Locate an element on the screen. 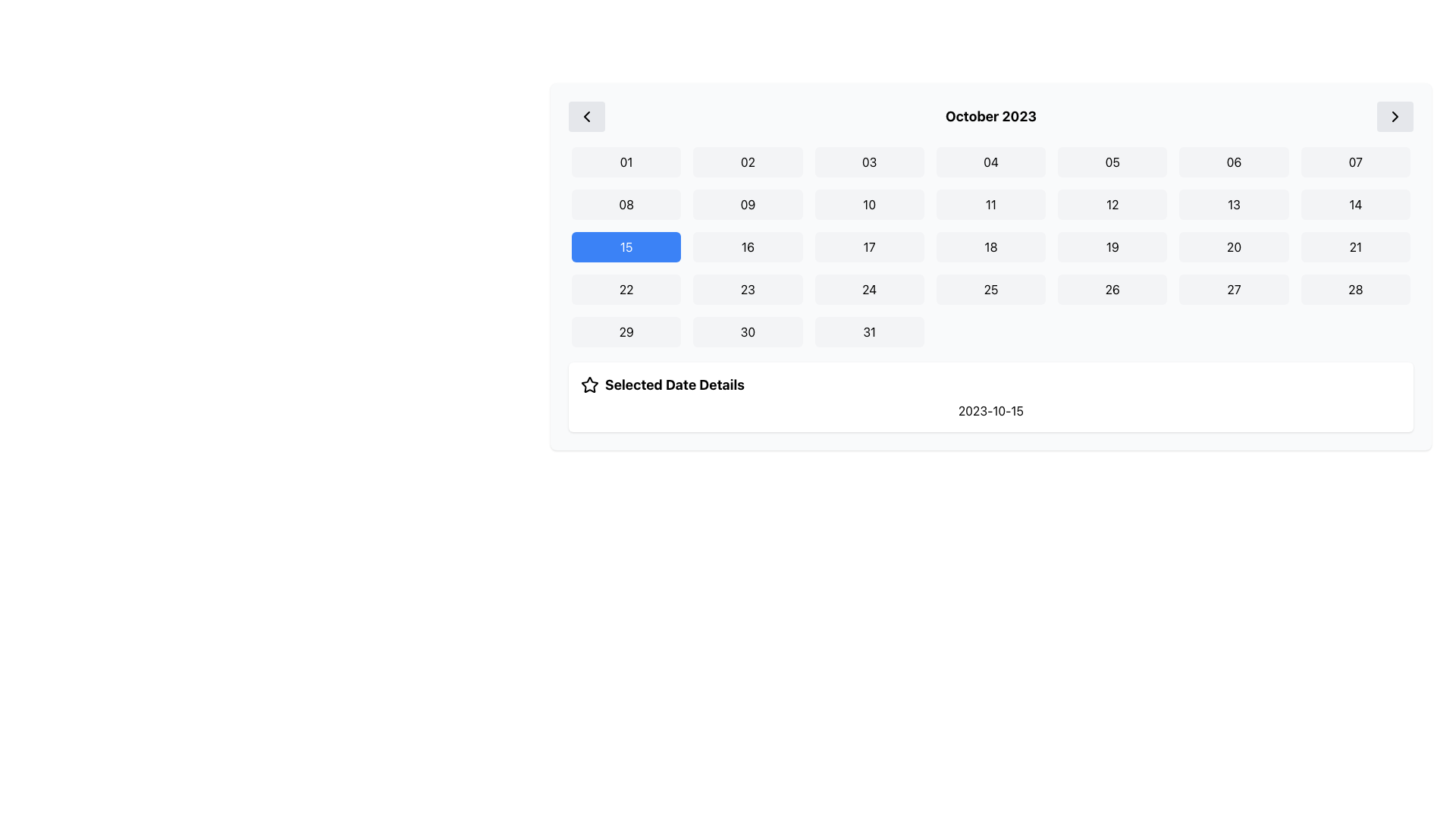  the chevron arrow icon located inside the rounded rectangular button at the top-left of the date picker interface is located at coordinates (585, 116).